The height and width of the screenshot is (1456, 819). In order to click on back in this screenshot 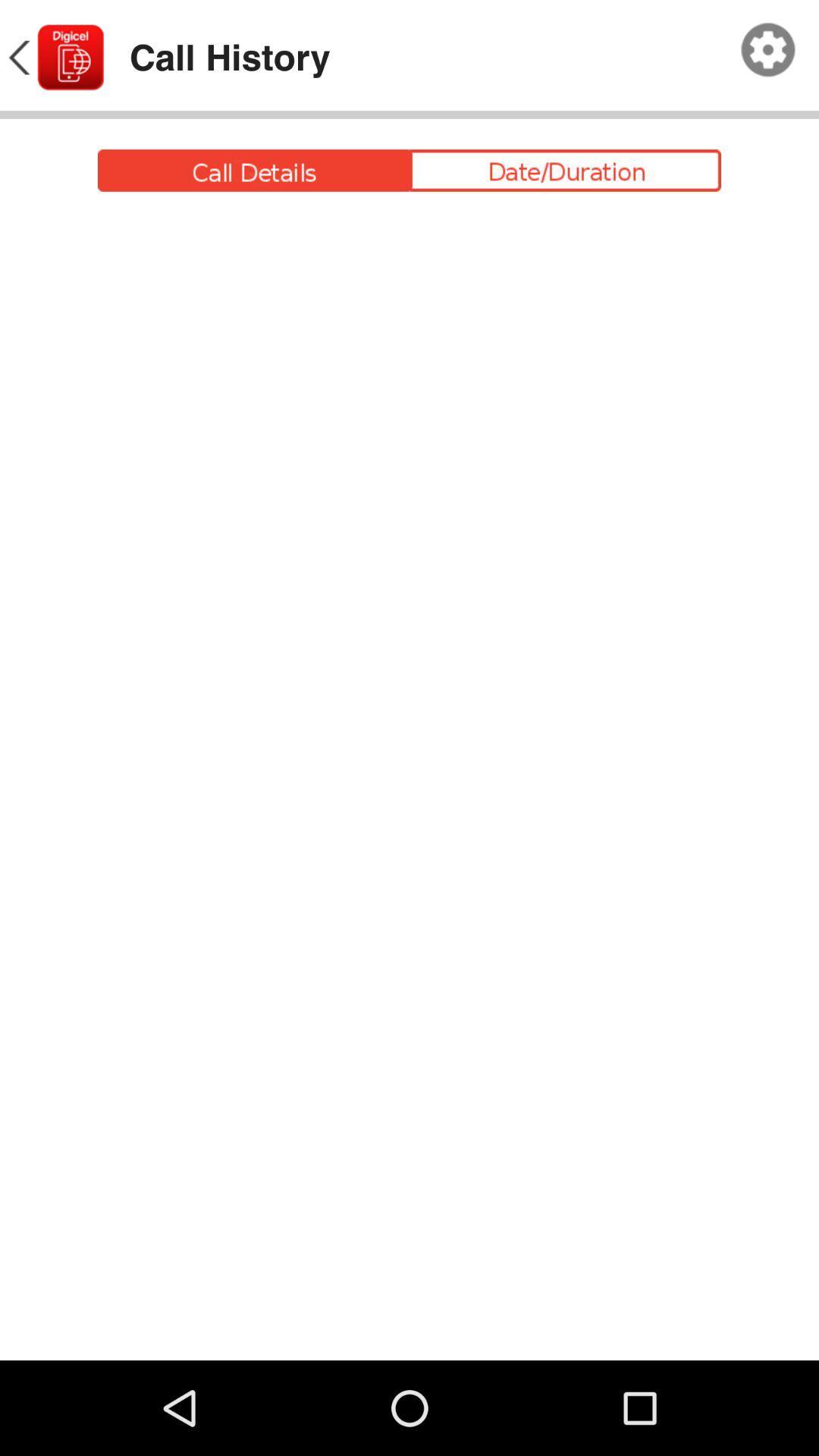, I will do `click(54, 58)`.